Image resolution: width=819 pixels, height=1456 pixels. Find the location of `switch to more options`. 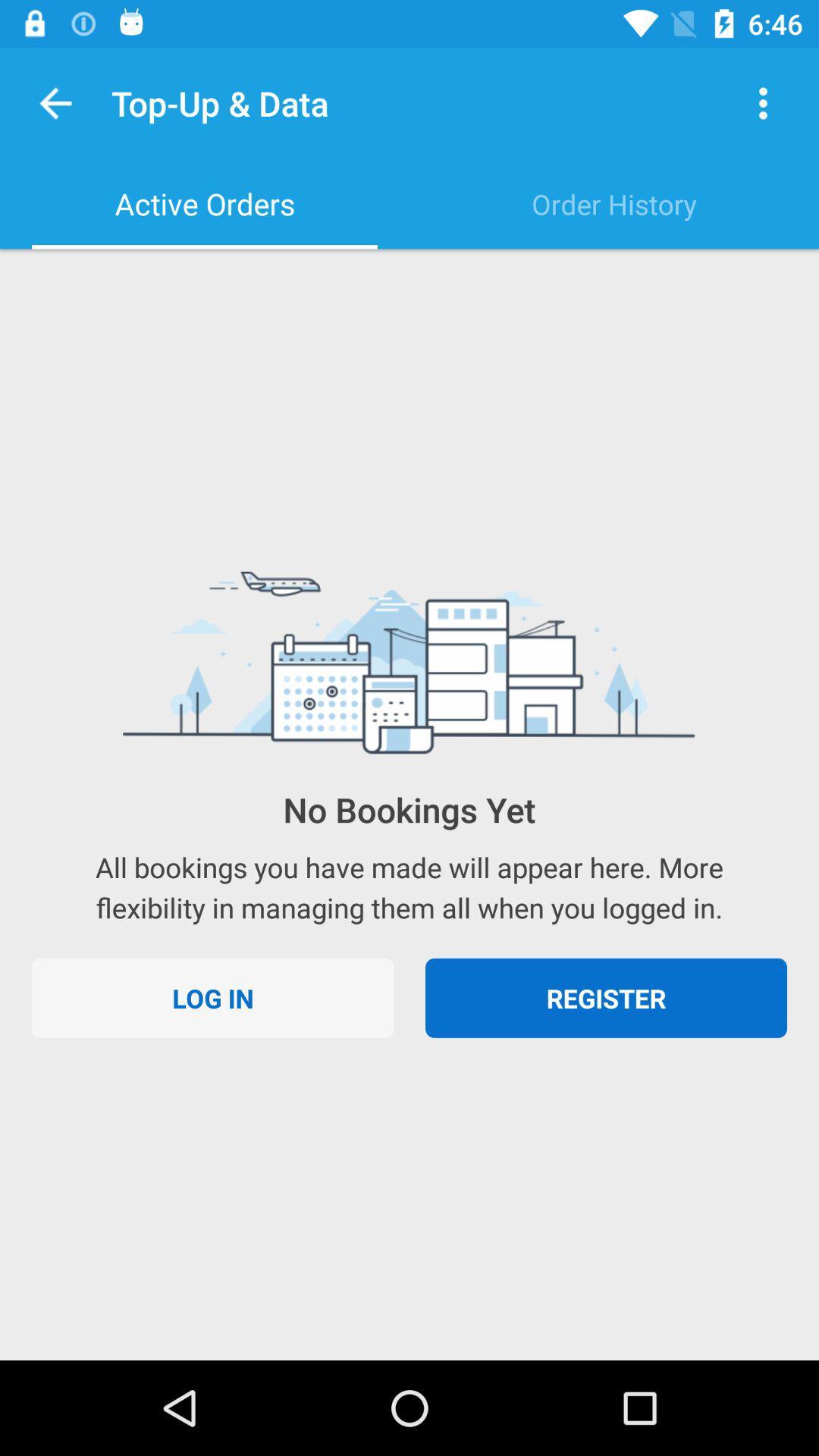

switch to more options is located at coordinates (763, 102).